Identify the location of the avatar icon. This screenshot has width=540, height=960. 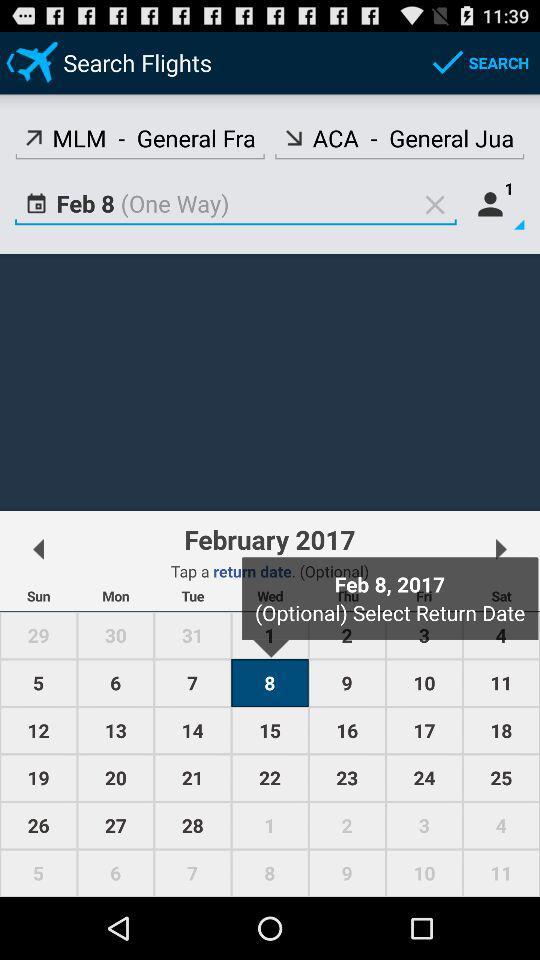
(494, 218).